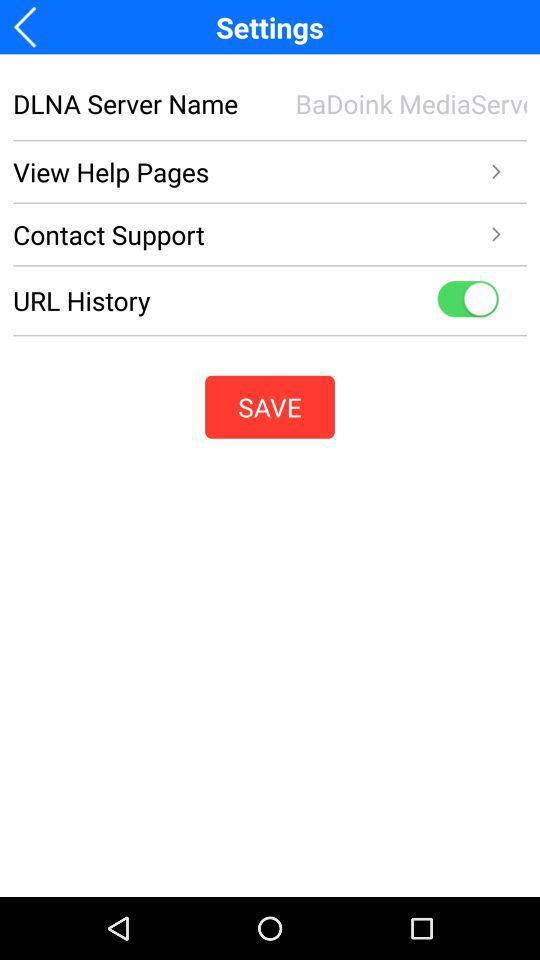  What do you see at coordinates (467, 299) in the screenshot?
I see `url history` at bounding box center [467, 299].